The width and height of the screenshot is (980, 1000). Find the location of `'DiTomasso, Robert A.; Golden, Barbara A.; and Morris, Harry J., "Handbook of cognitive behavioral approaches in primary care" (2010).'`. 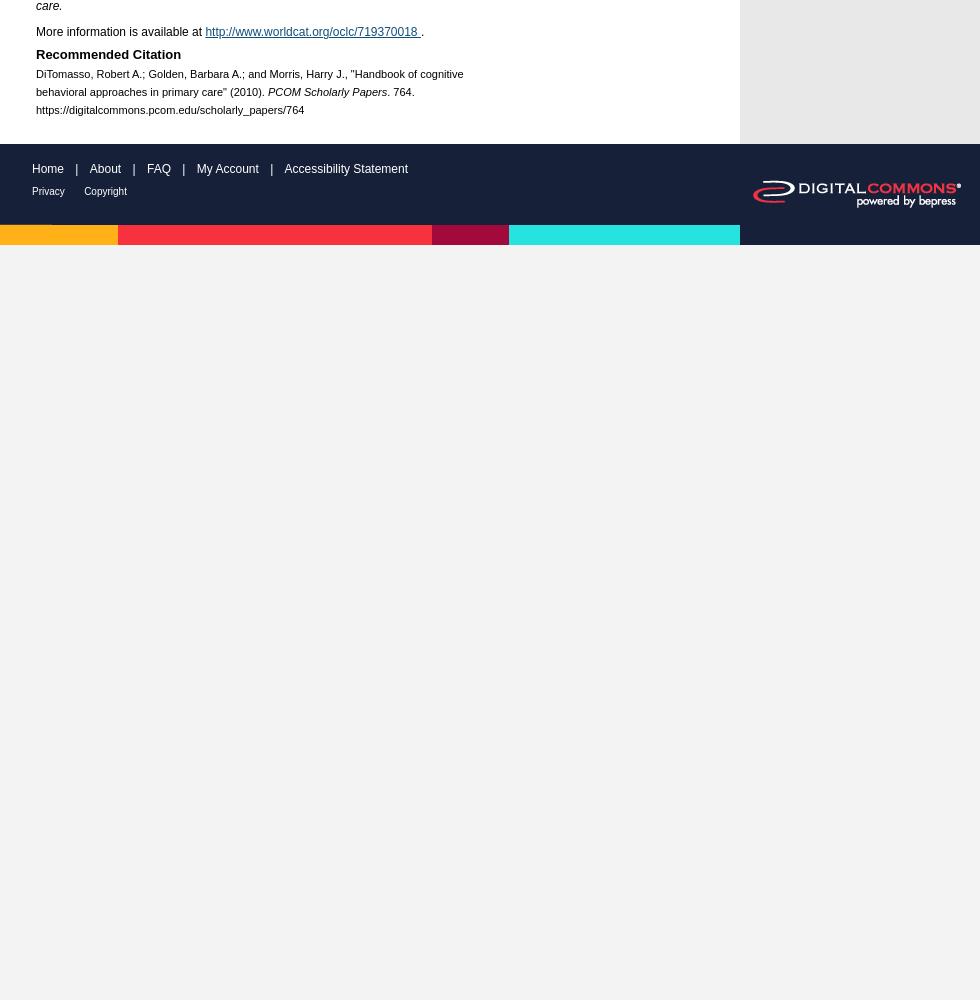

'DiTomasso, Robert A.; Golden, Barbara A.; and Morris, Harry J., "Handbook of cognitive behavioral approaches in primary care" (2010).' is located at coordinates (249, 81).